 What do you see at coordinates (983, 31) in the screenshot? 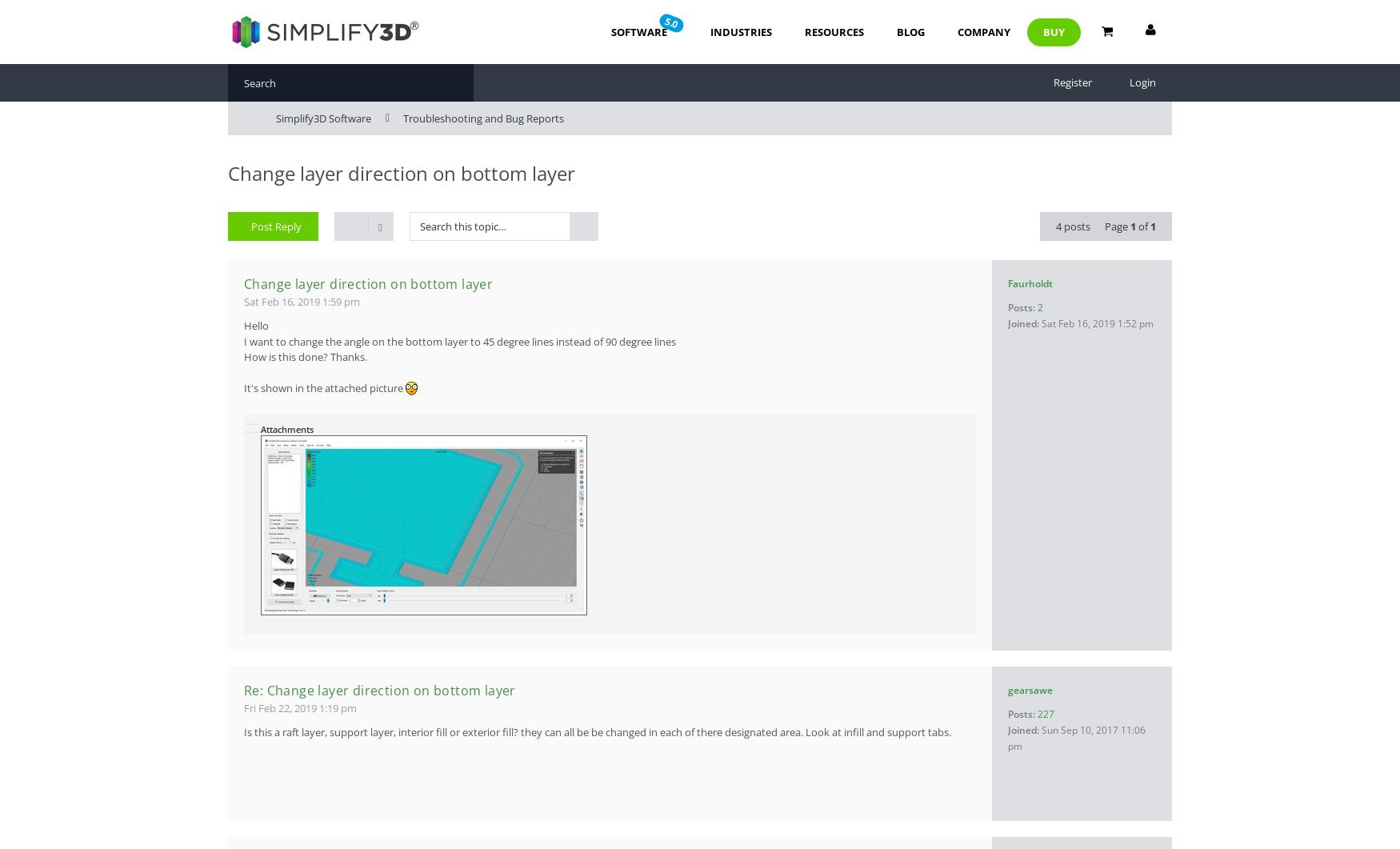
I see `'Company'` at bounding box center [983, 31].